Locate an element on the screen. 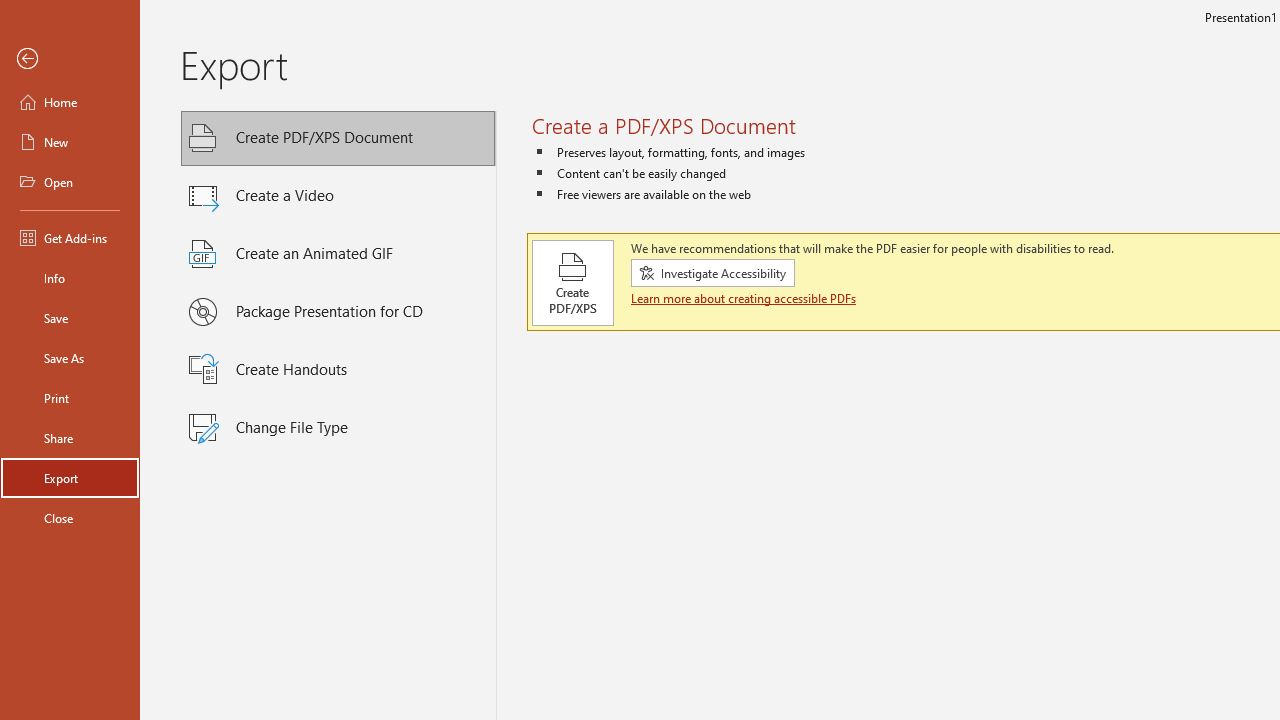 The image size is (1280, 720). 'Export' is located at coordinates (69, 478).